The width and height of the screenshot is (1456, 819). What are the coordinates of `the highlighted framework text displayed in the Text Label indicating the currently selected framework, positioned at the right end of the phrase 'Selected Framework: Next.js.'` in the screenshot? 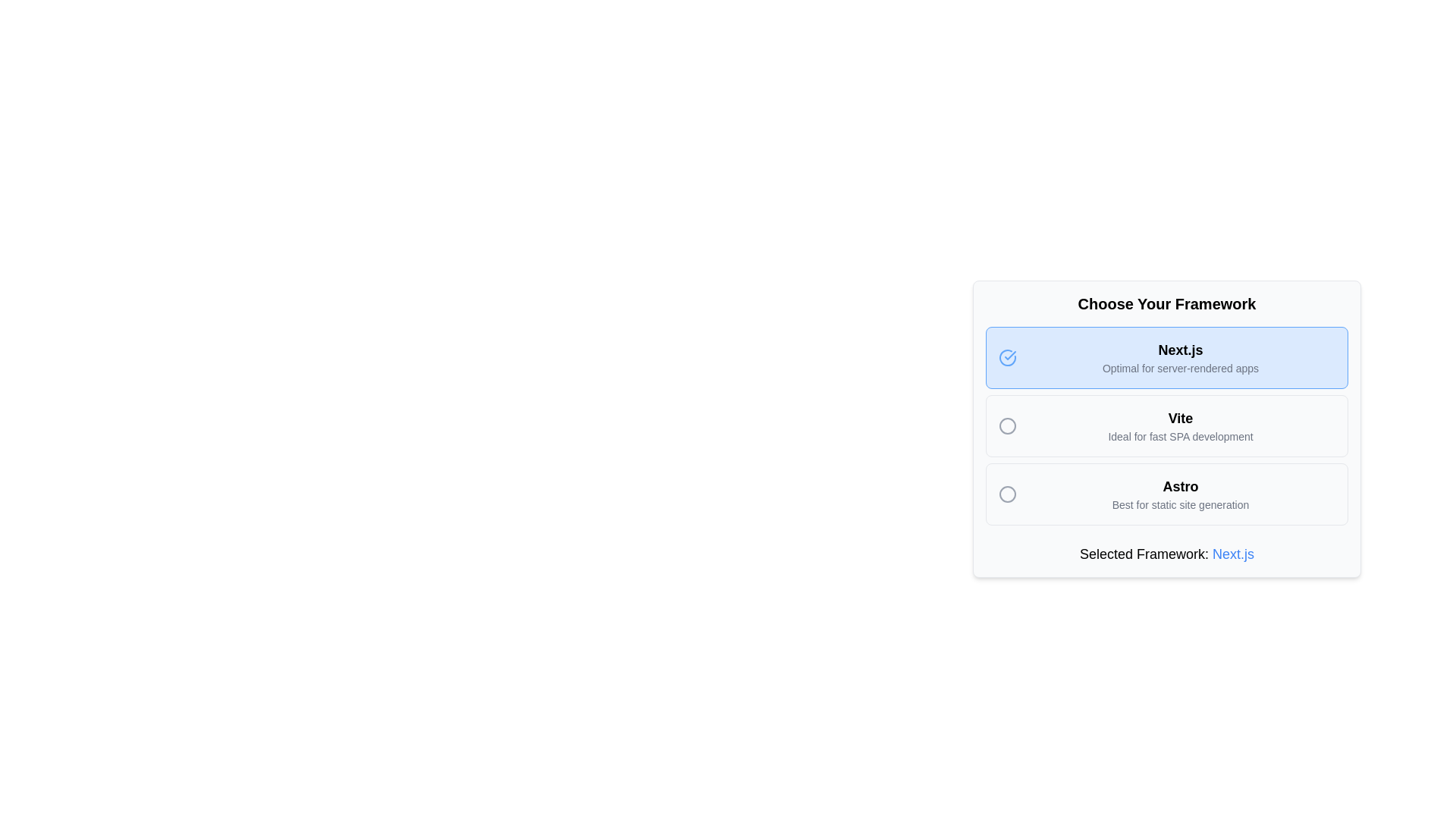 It's located at (1233, 554).